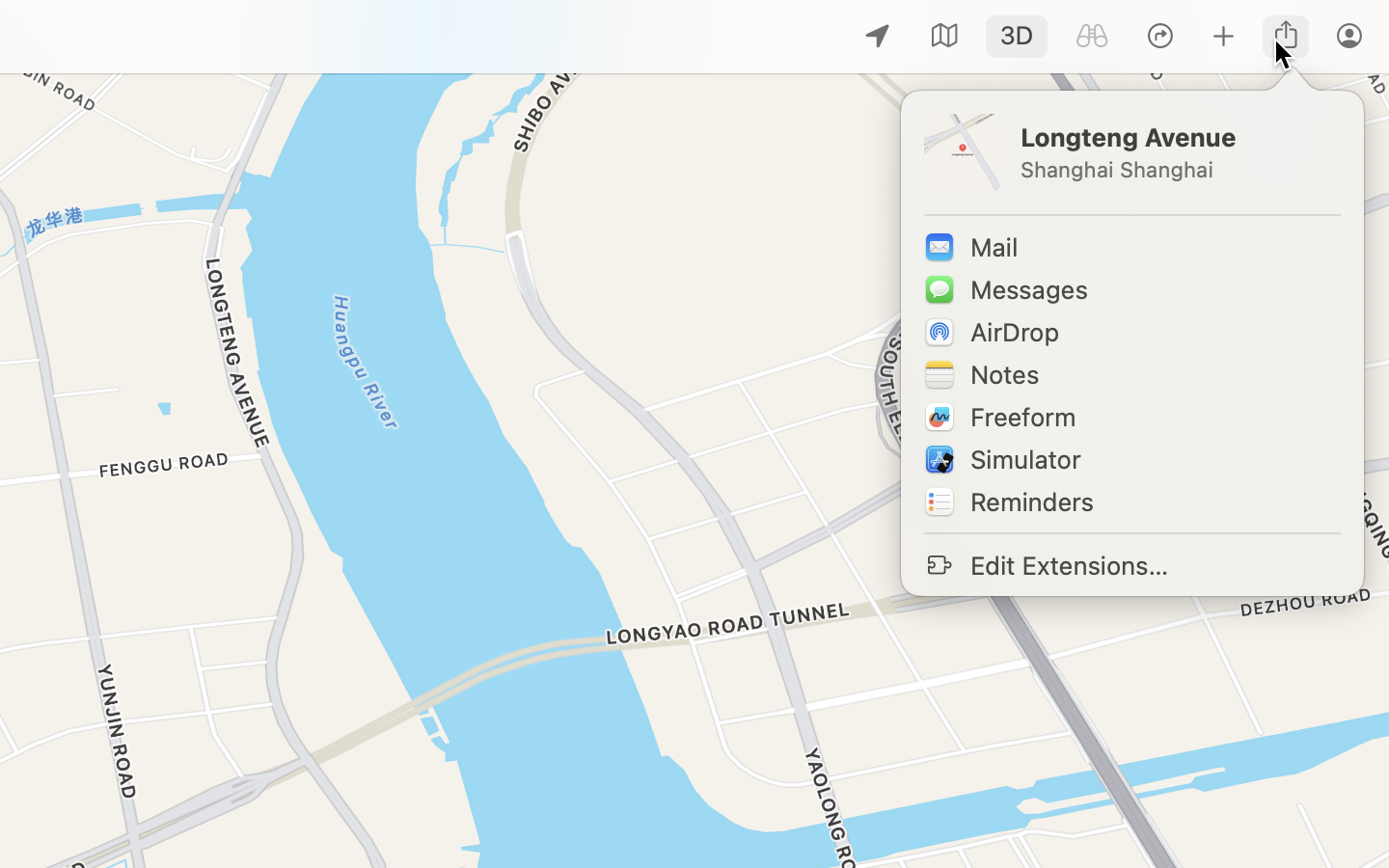 The height and width of the screenshot is (868, 1389). What do you see at coordinates (1090, 35) in the screenshot?
I see `'0'` at bounding box center [1090, 35].